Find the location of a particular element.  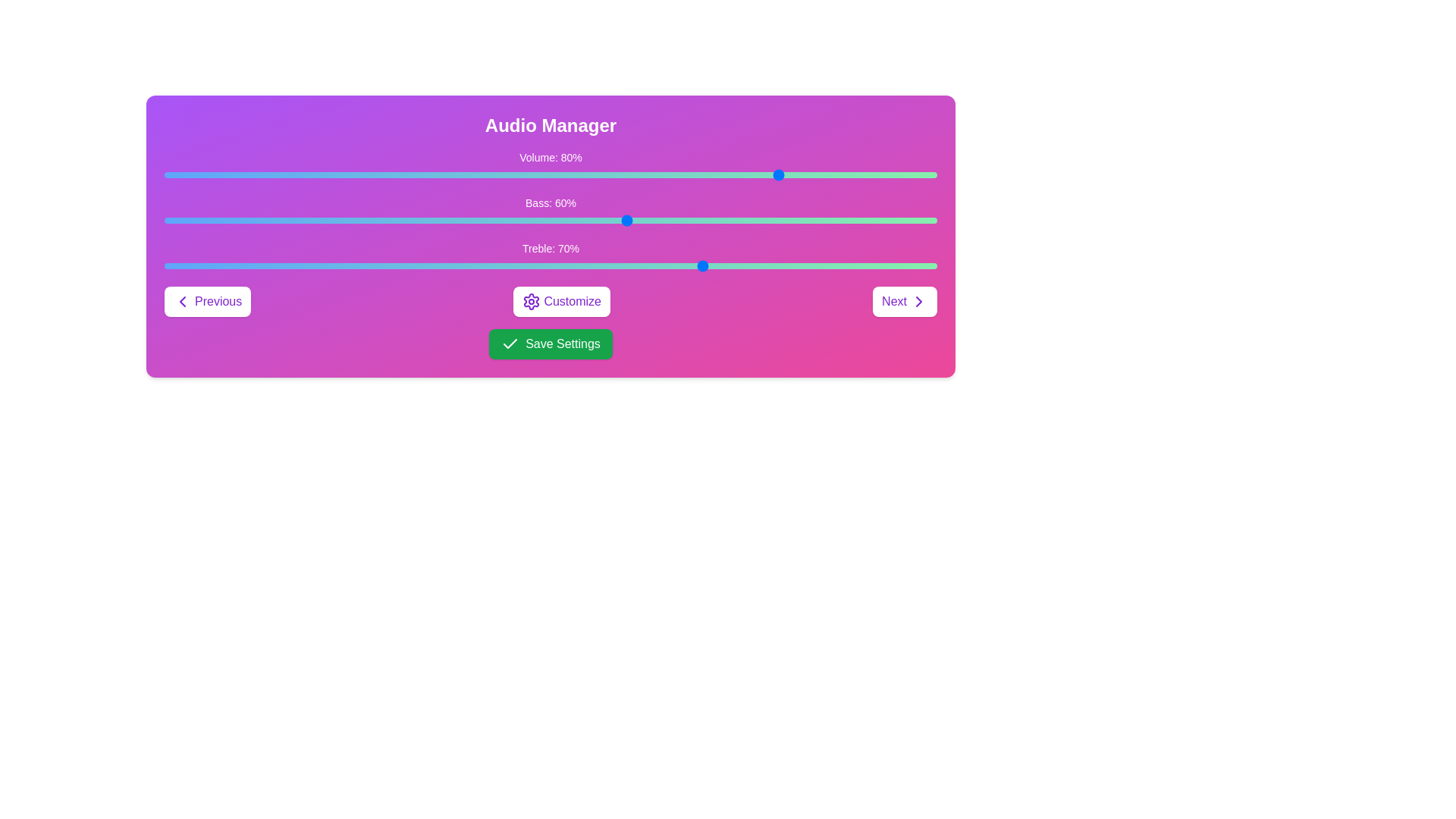

the non-interactive text label that indicates the current level of treble, which is set at 70% is located at coordinates (550, 247).